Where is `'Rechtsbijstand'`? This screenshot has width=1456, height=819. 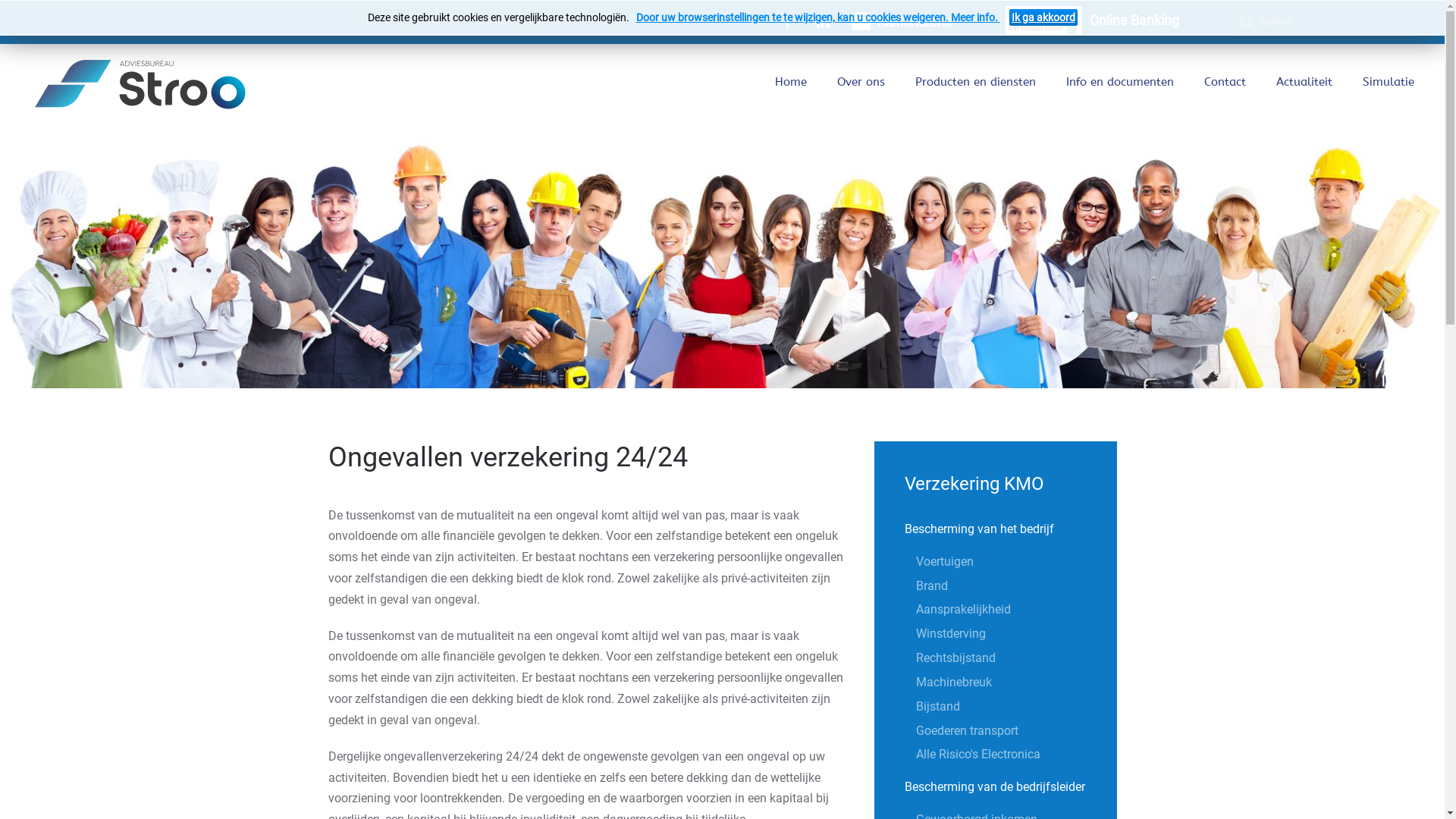
'Rechtsbijstand' is located at coordinates (1016, 657).